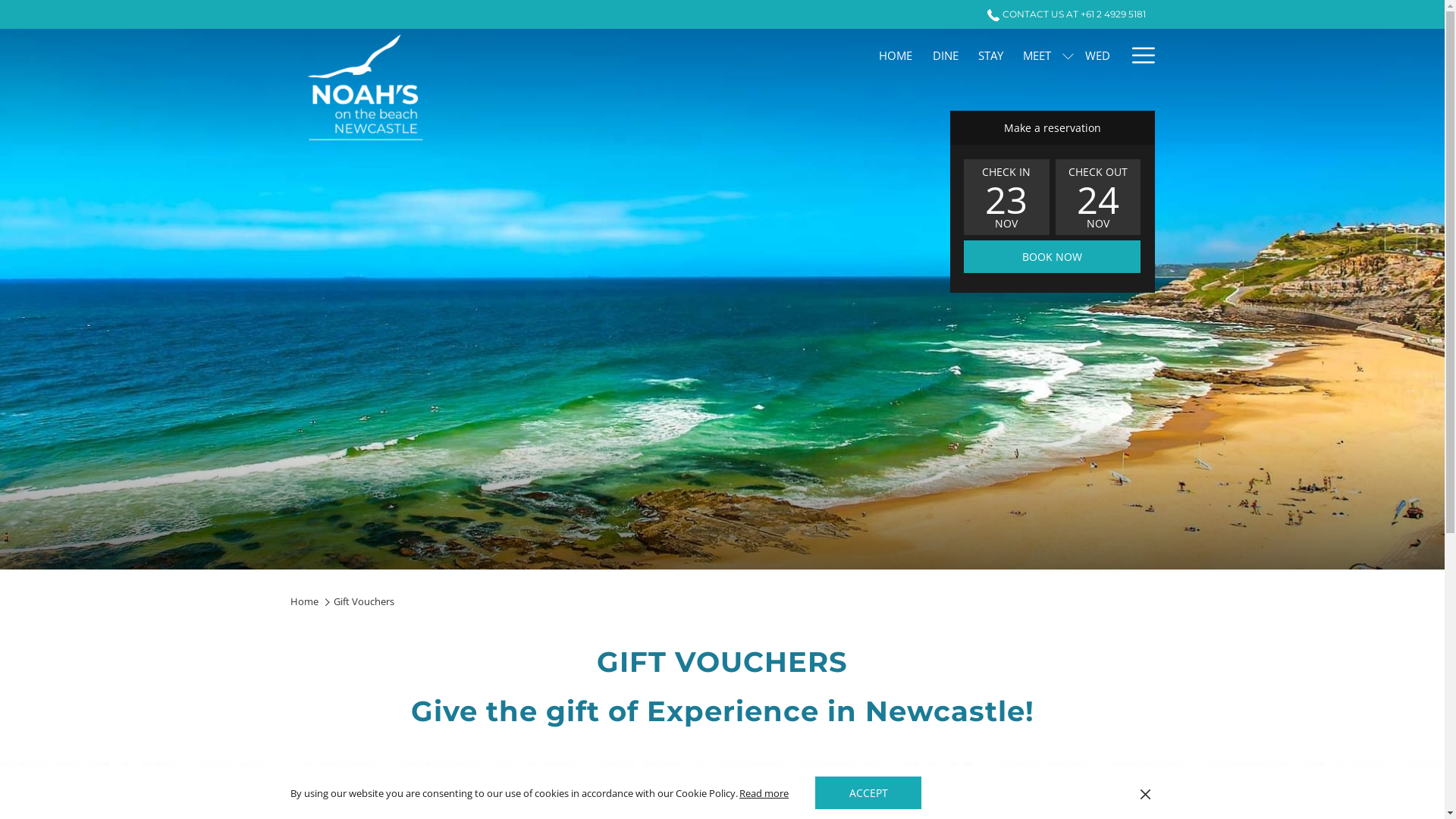 This screenshot has height=819, width=1456. I want to click on 'WED', so click(1074, 54).